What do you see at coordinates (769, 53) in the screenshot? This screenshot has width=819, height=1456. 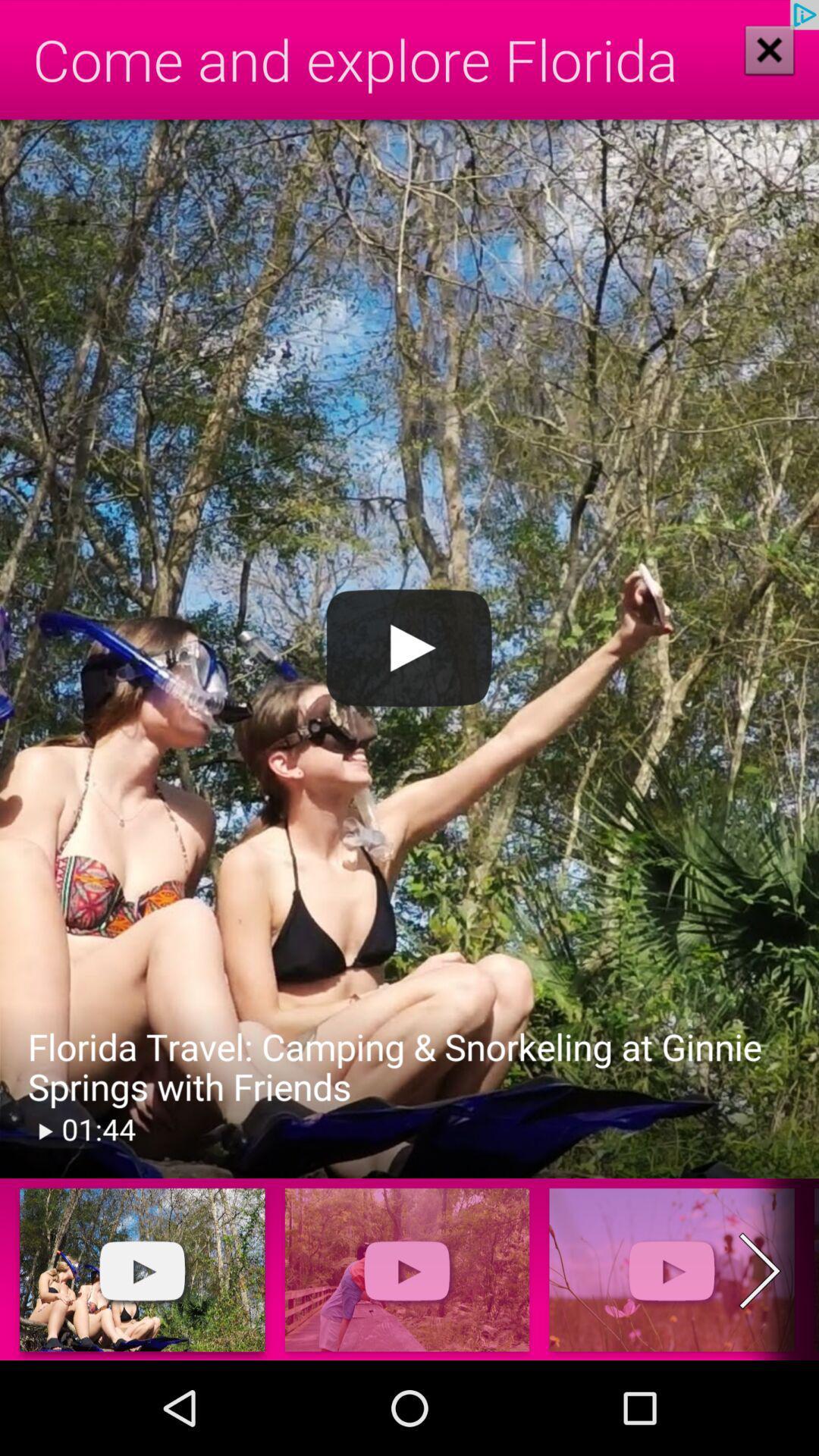 I see `the close icon` at bounding box center [769, 53].